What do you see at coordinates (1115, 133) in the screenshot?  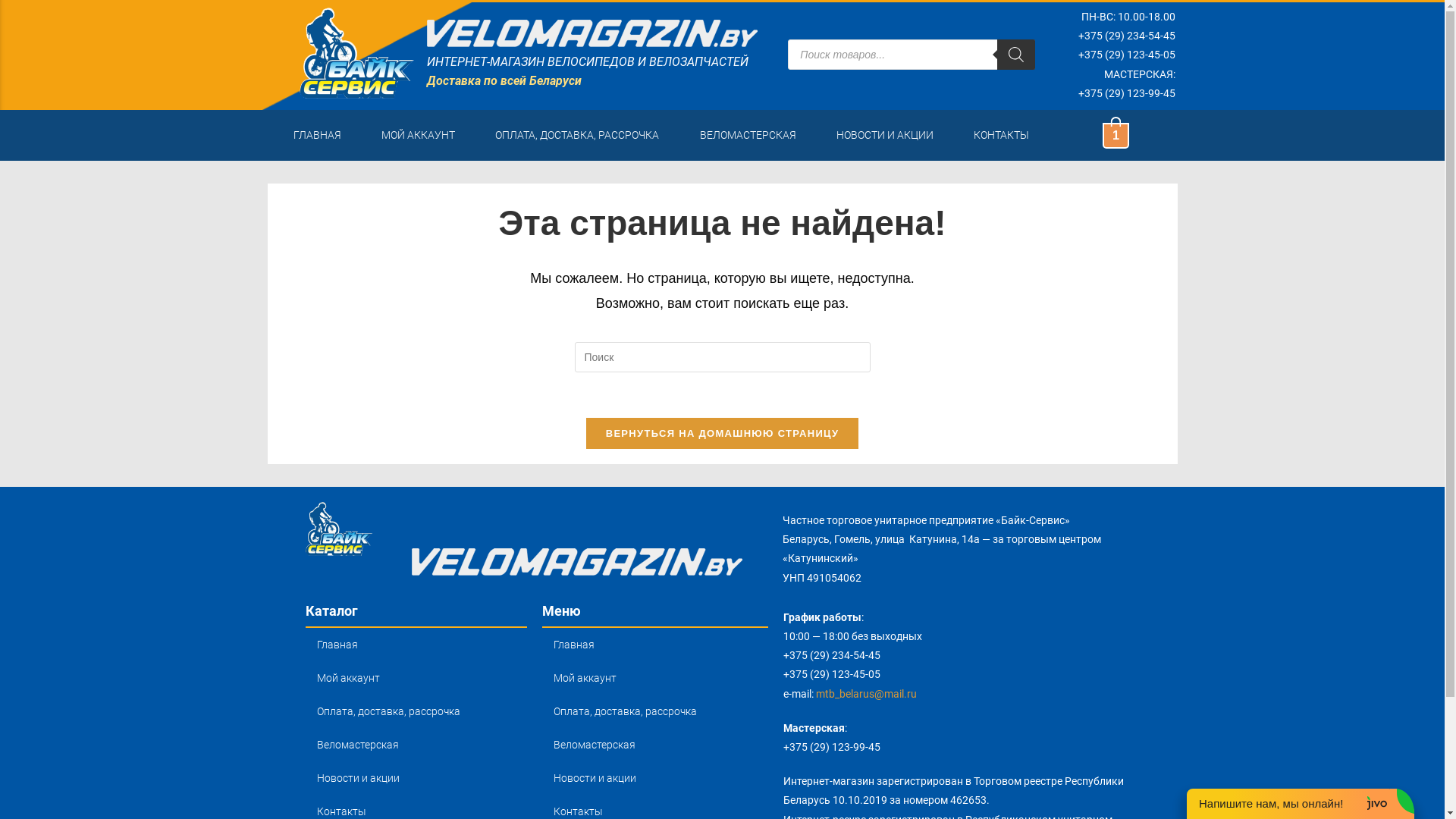 I see `'1'` at bounding box center [1115, 133].